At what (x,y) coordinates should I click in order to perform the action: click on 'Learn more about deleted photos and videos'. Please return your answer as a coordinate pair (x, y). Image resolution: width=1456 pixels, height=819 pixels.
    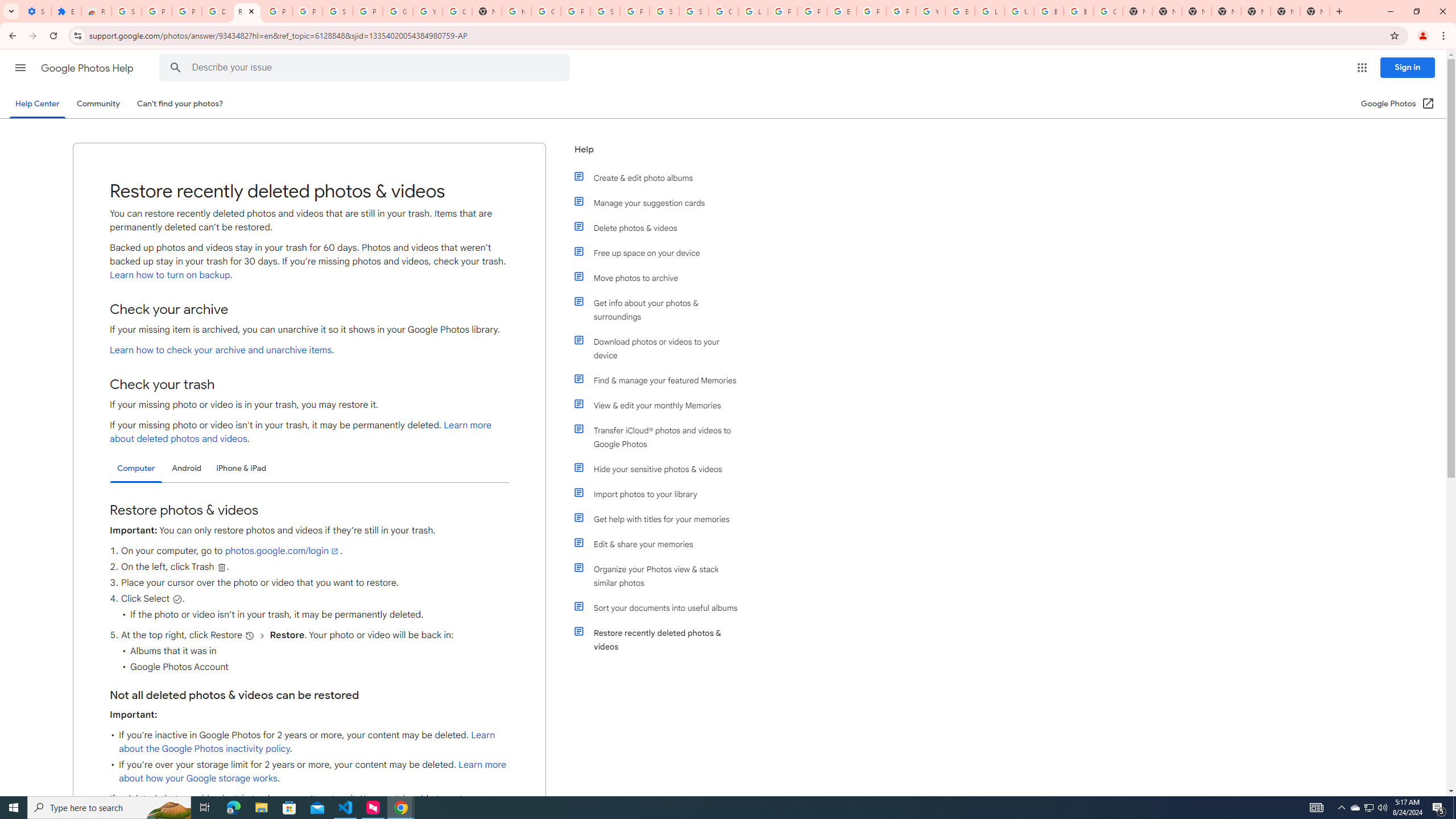
    Looking at the image, I should click on (300, 431).